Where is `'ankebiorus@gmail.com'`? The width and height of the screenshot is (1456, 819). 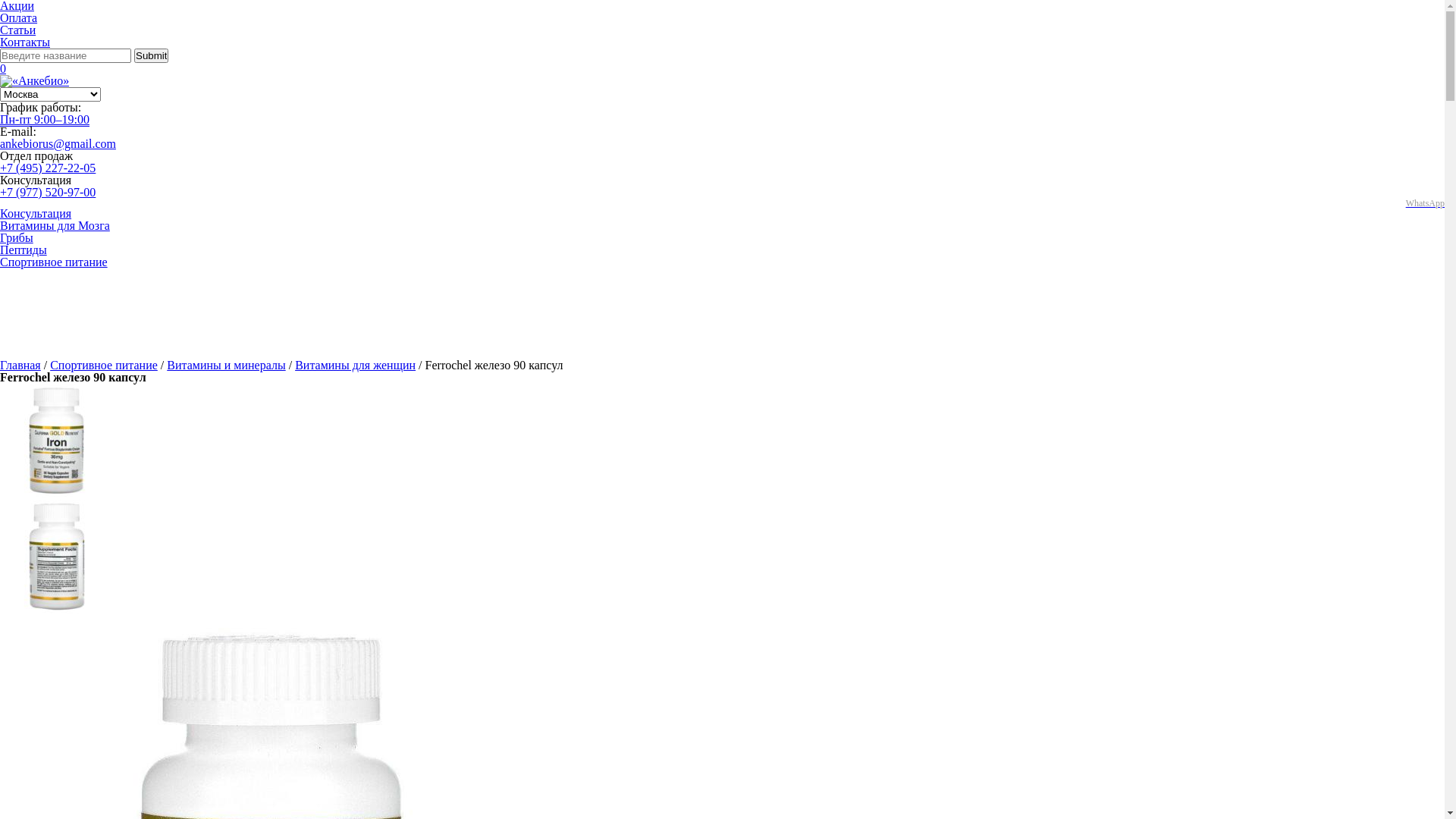 'ankebiorus@gmail.com' is located at coordinates (58, 143).